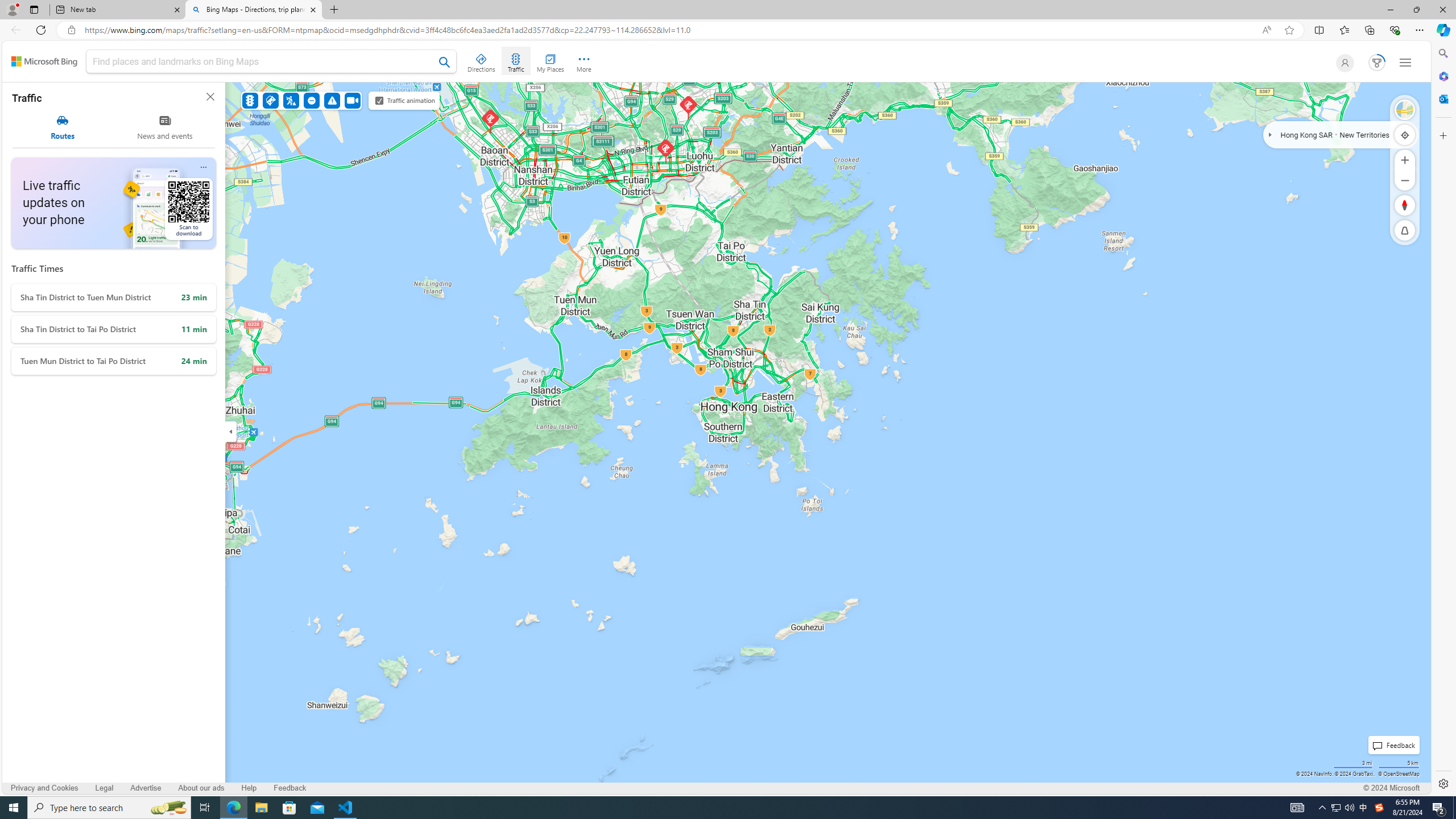  I want to click on 'My Places', so click(549, 61).